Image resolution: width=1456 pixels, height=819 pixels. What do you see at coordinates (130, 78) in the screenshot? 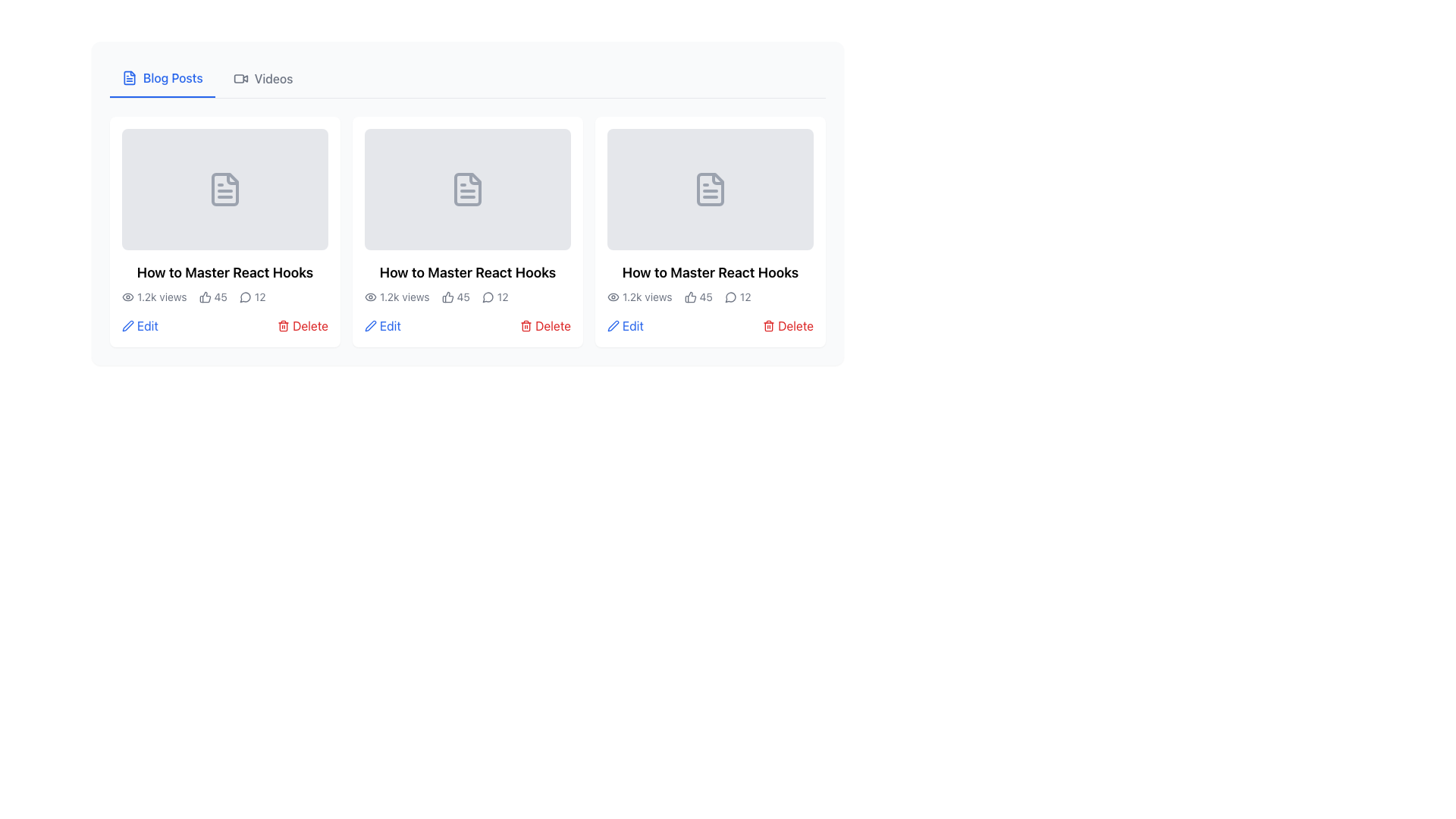
I see `the document icon located to the left of the 'Blog Posts' navigation label, which is styled in a minimalistic outline with a blue color scheme` at bounding box center [130, 78].